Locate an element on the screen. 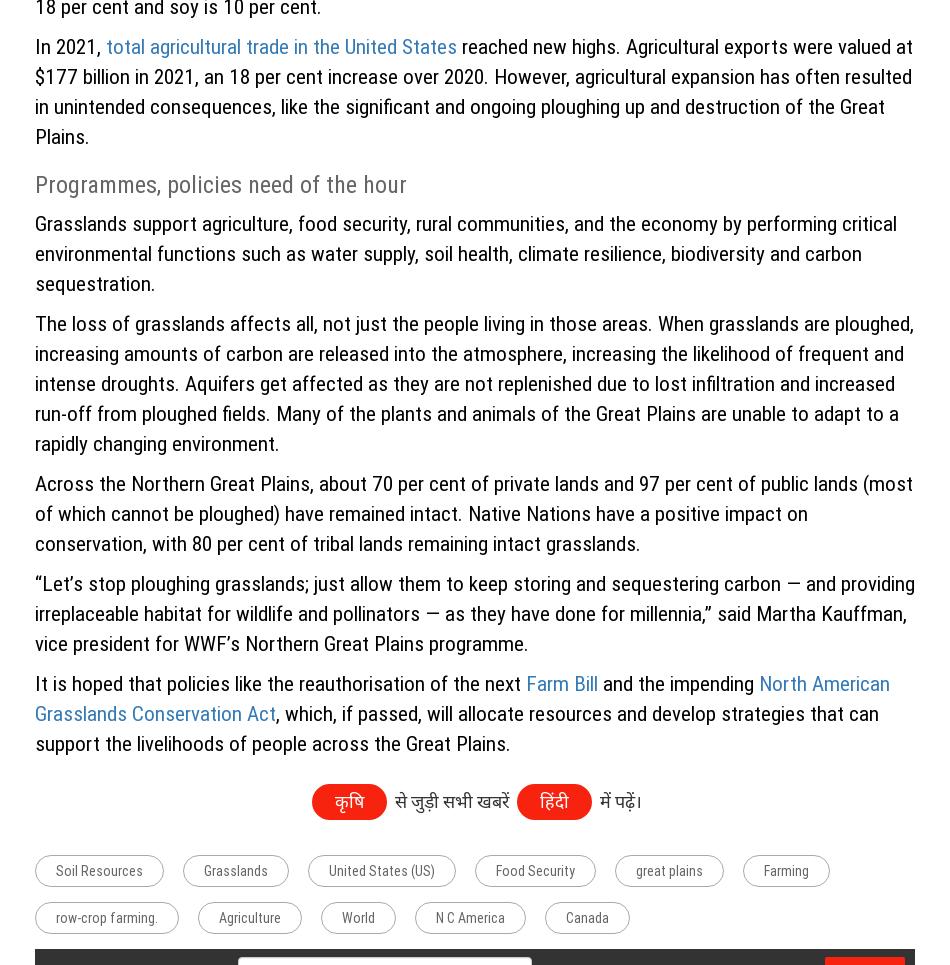 This screenshot has height=965, width=950. 'World' is located at coordinates (357, 916).